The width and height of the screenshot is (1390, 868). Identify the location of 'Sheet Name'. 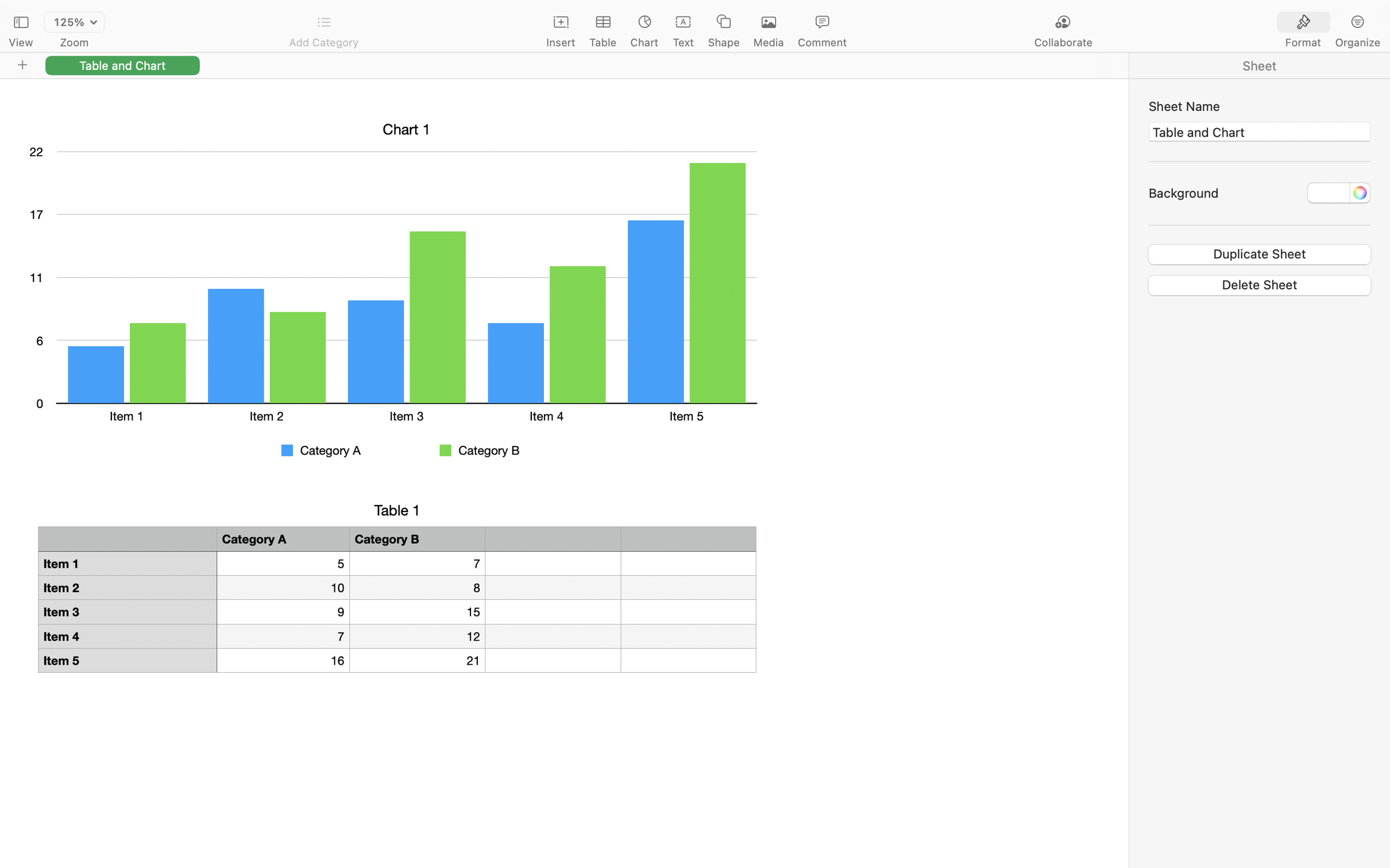
(1258, 105).